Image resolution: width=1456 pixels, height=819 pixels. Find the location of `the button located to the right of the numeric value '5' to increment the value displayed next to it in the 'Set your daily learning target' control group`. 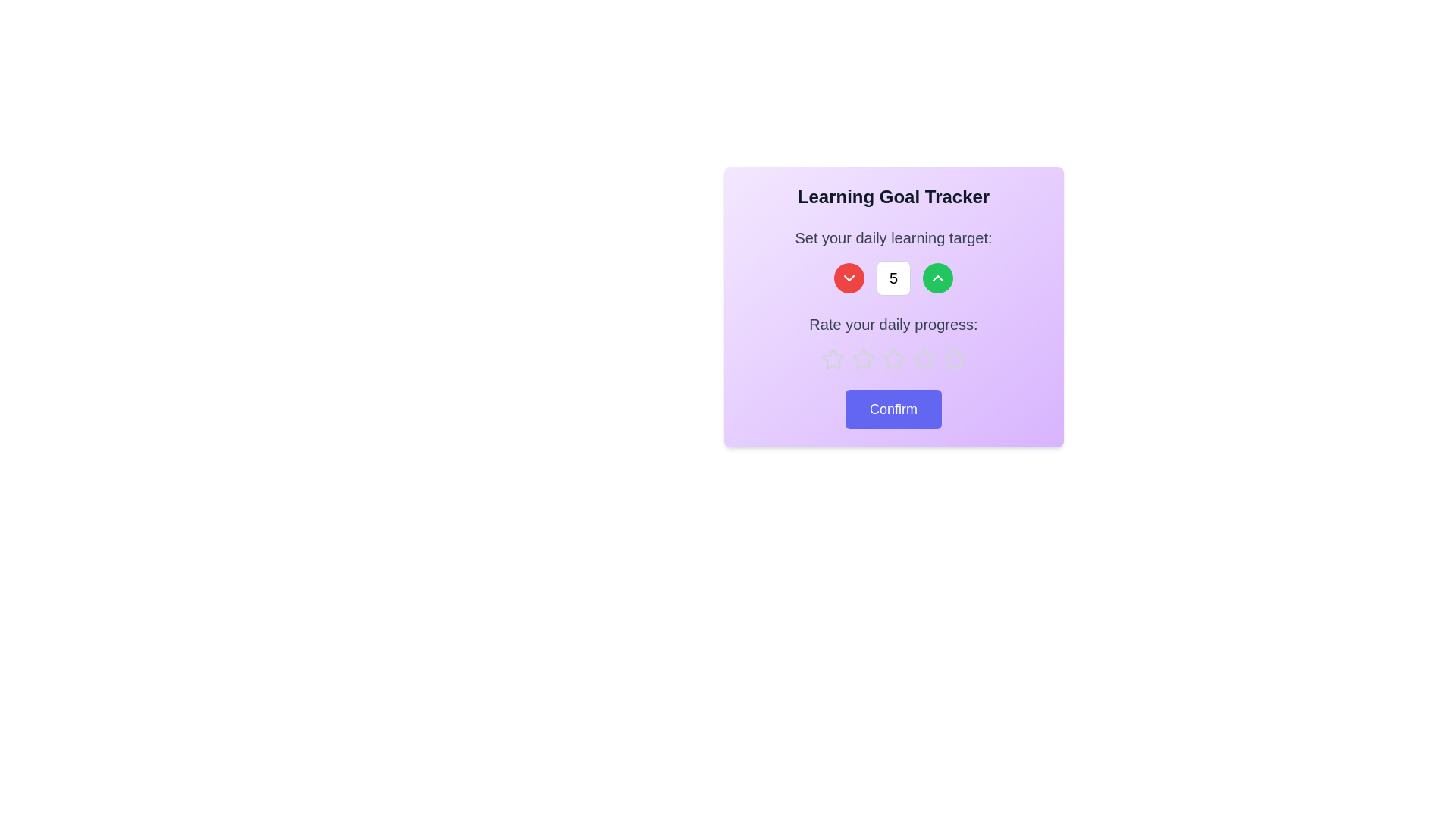

the button located to the right of the numeric value '5' to increment the value displayed next to it in the 'Set your daily learning target' control group is located at coordinates (937, 278).